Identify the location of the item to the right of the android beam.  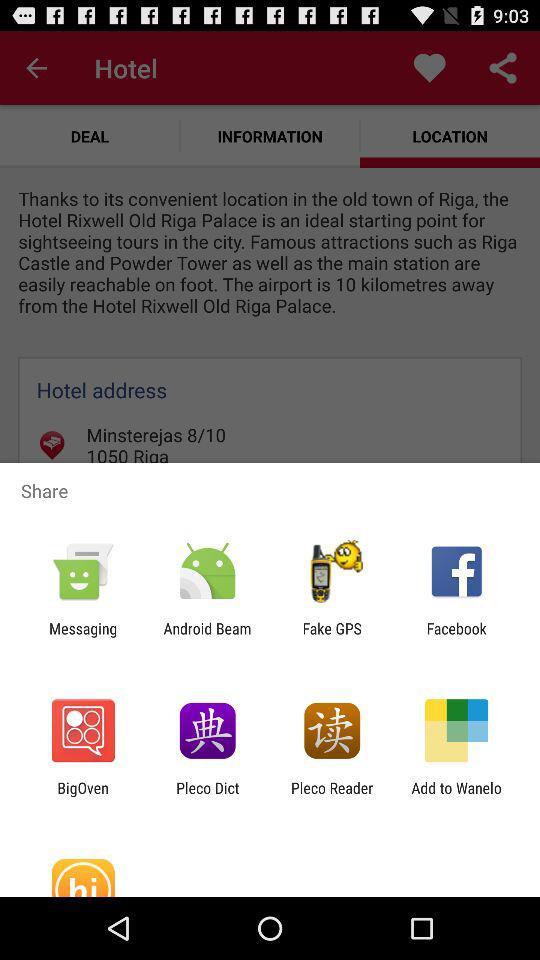
(332, 636).